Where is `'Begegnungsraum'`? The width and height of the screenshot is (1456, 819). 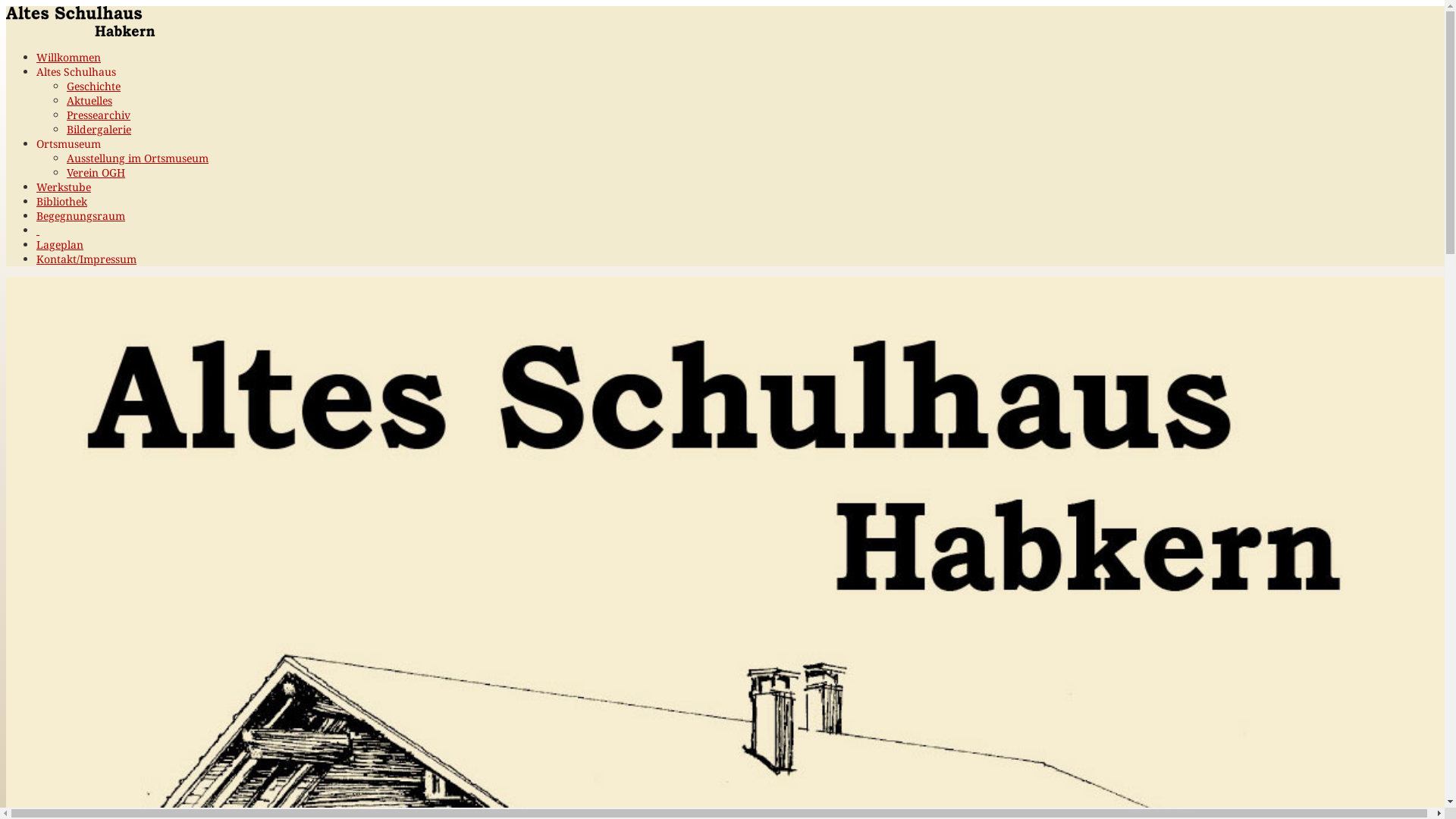 'Begegnungsraum' is located at coordinates (80, 215).